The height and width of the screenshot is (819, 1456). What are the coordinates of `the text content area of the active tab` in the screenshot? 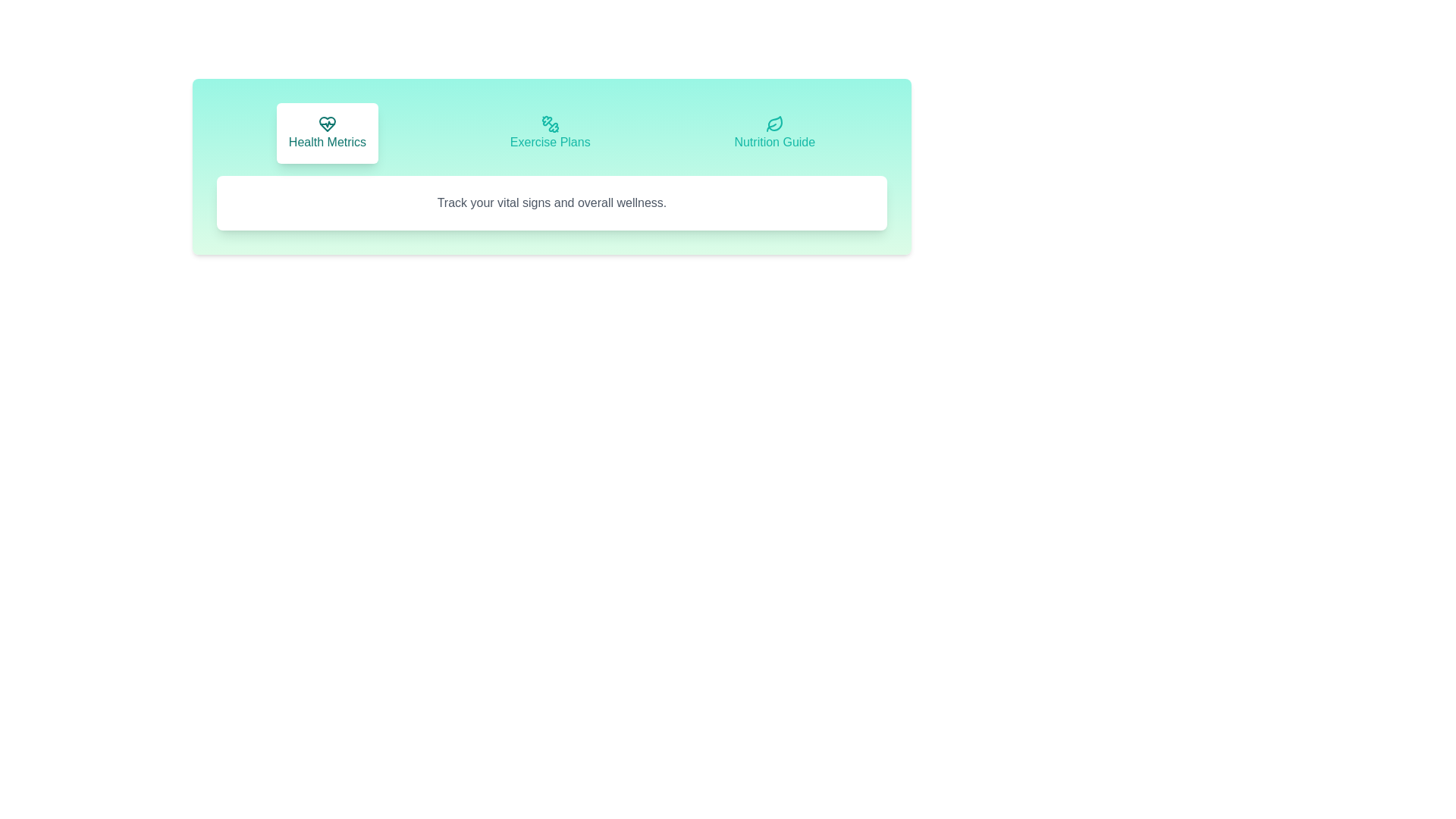 It's located at (551, 202).